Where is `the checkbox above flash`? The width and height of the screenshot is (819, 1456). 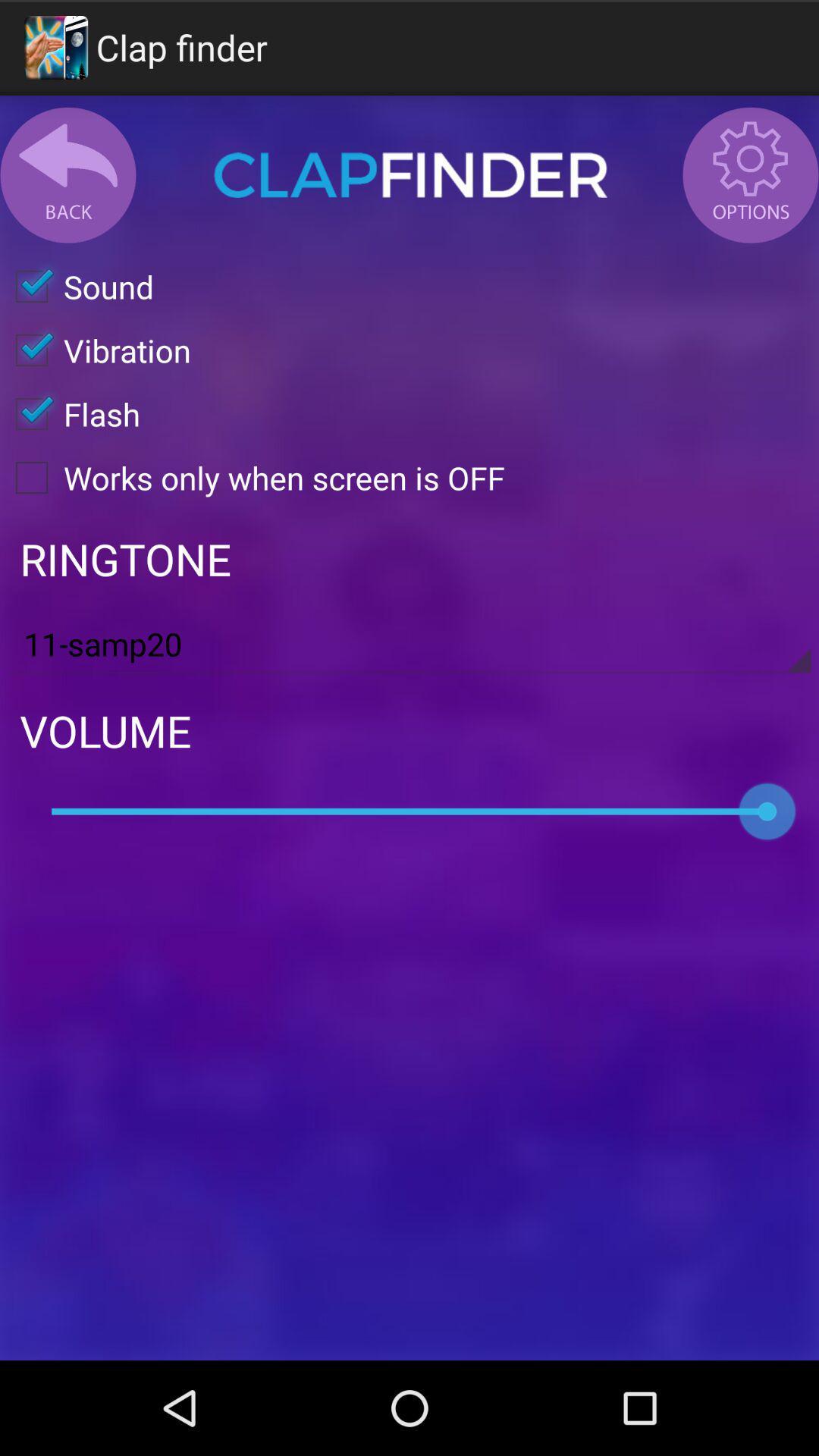
the checkbox above flash is located at coordinates (96, 349).